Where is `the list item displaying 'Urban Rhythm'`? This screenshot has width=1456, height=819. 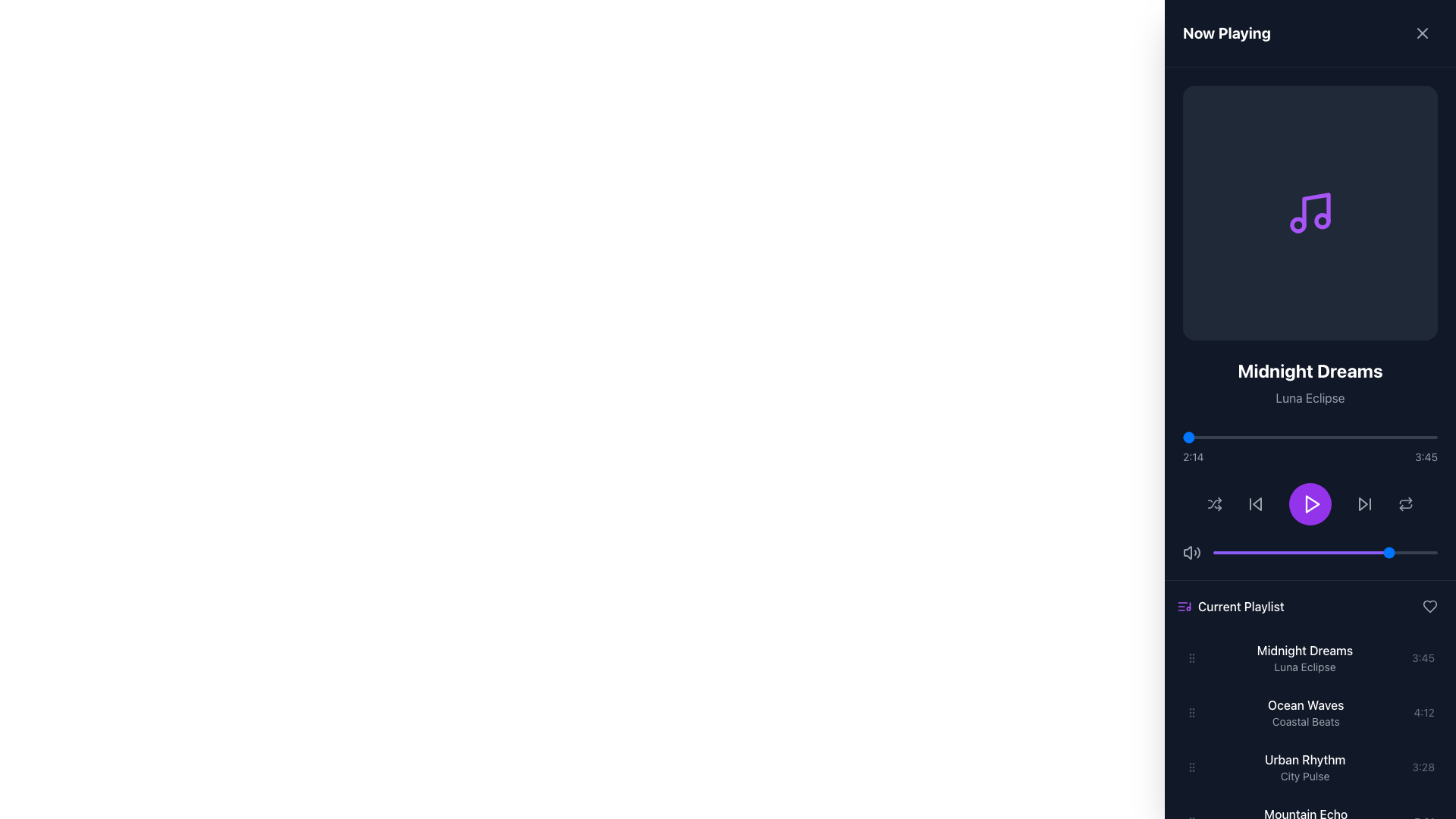
the list item displaying 'Urban Rhythm' is located at coordinates (1310, 767).